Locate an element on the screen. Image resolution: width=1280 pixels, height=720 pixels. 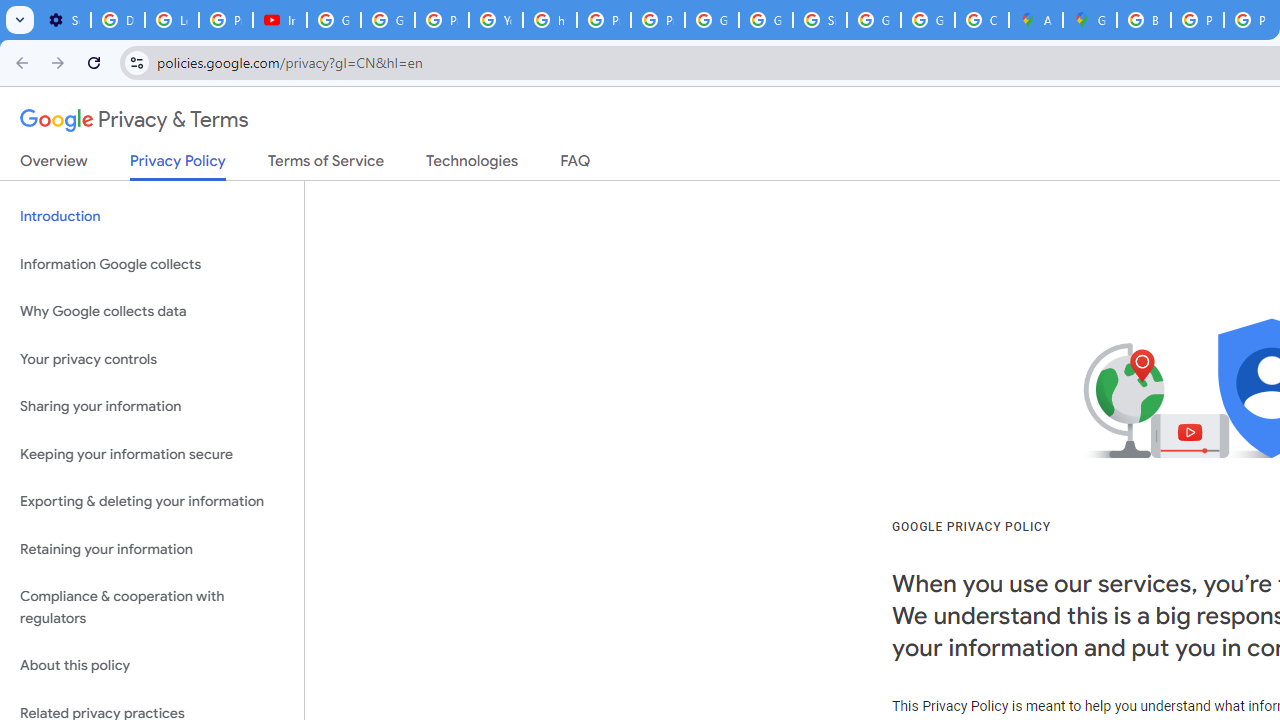
'Sharing your information' is located at coordinates (151, 406).